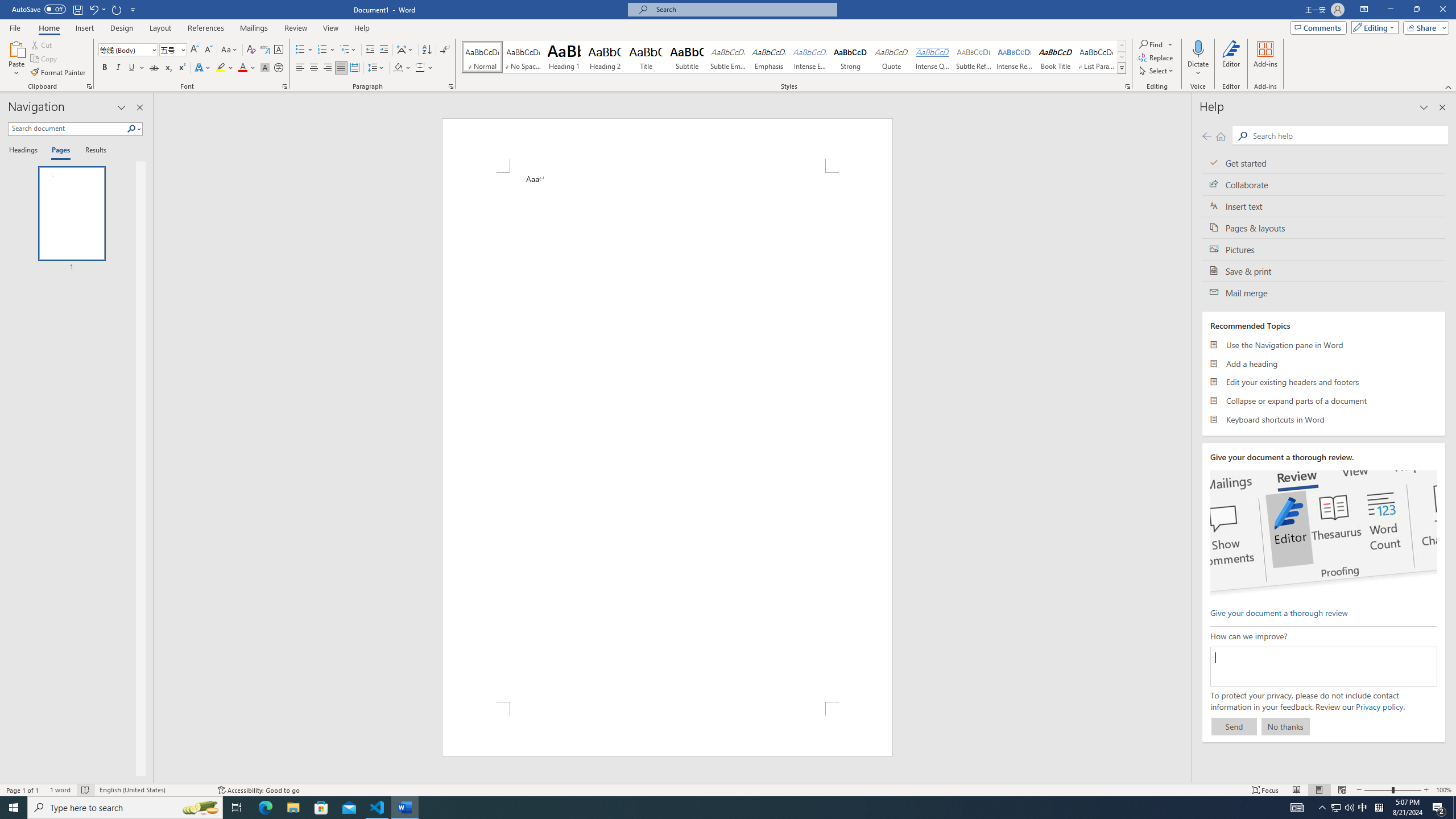 The image size is (1456, 819). What do you see at coordinates (728, 56) in the screenshot?
I see `'Subtle Emphasis'` at bounding box center [728, 56].